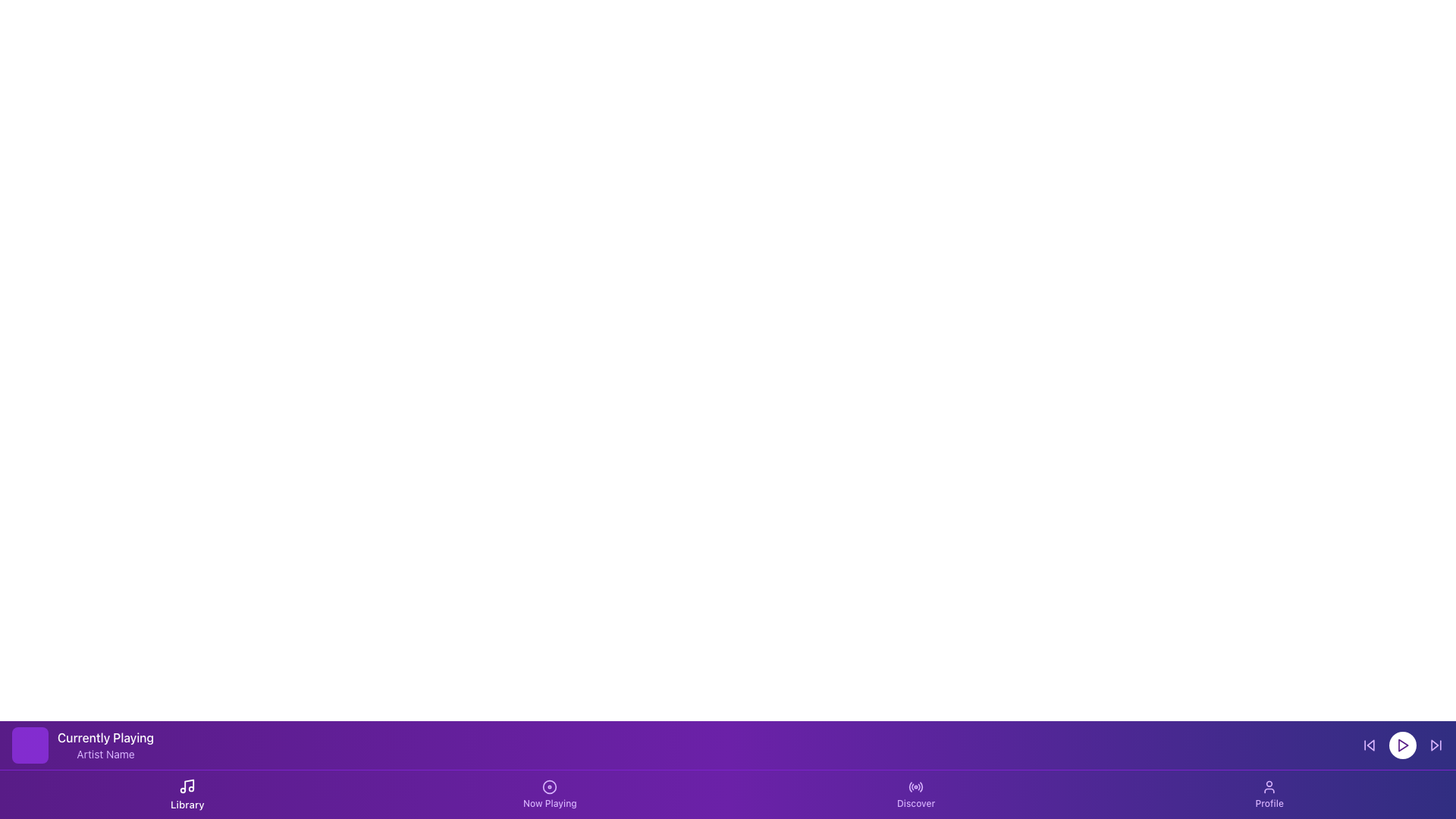  I want to click on the 'Play' button located in the bottom-right corner of the interface to initiate media playback, so click(1401, 745).